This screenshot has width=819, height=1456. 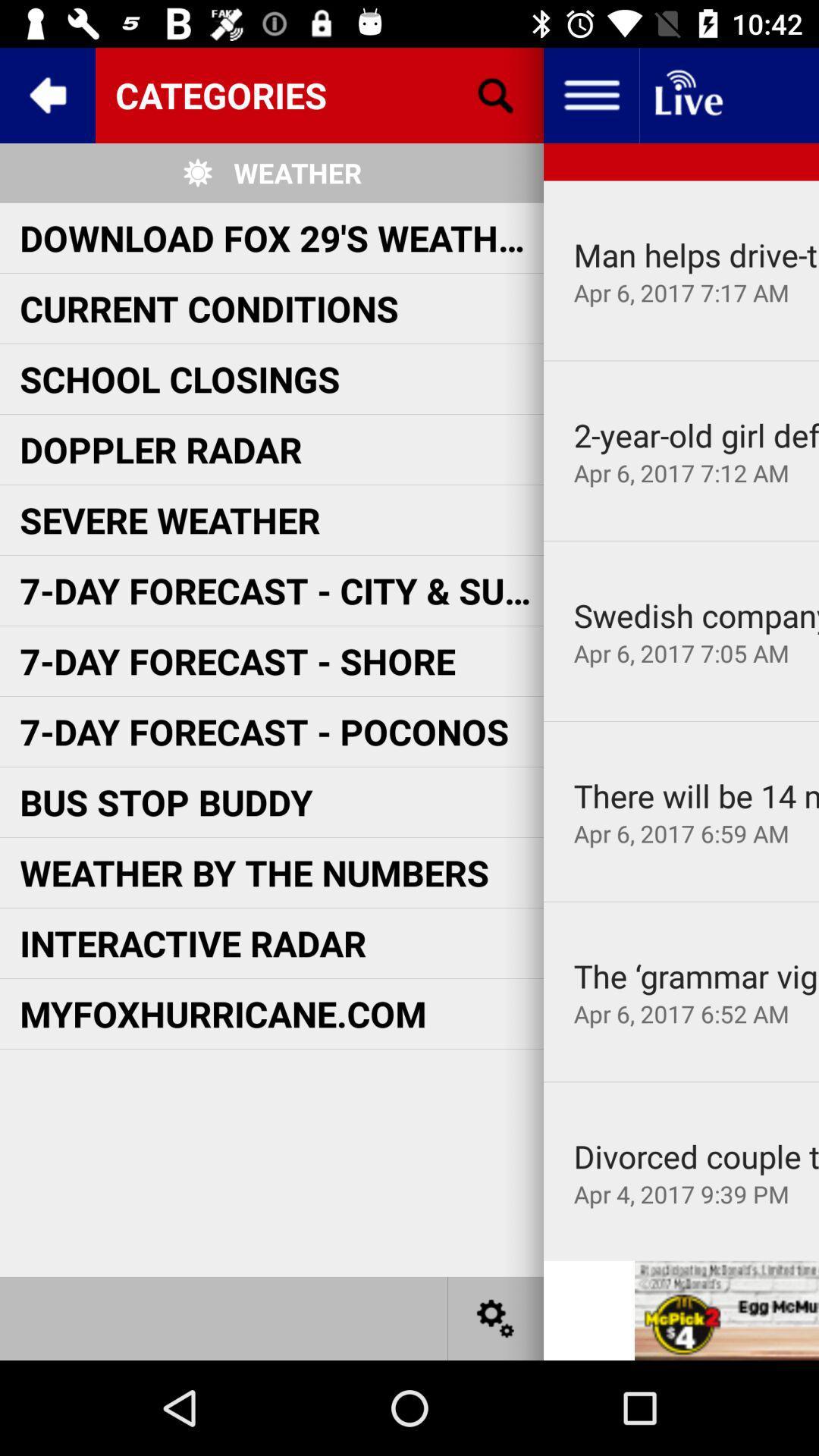 I want to click on item above the doppler radar, so click(x=179, y=378).